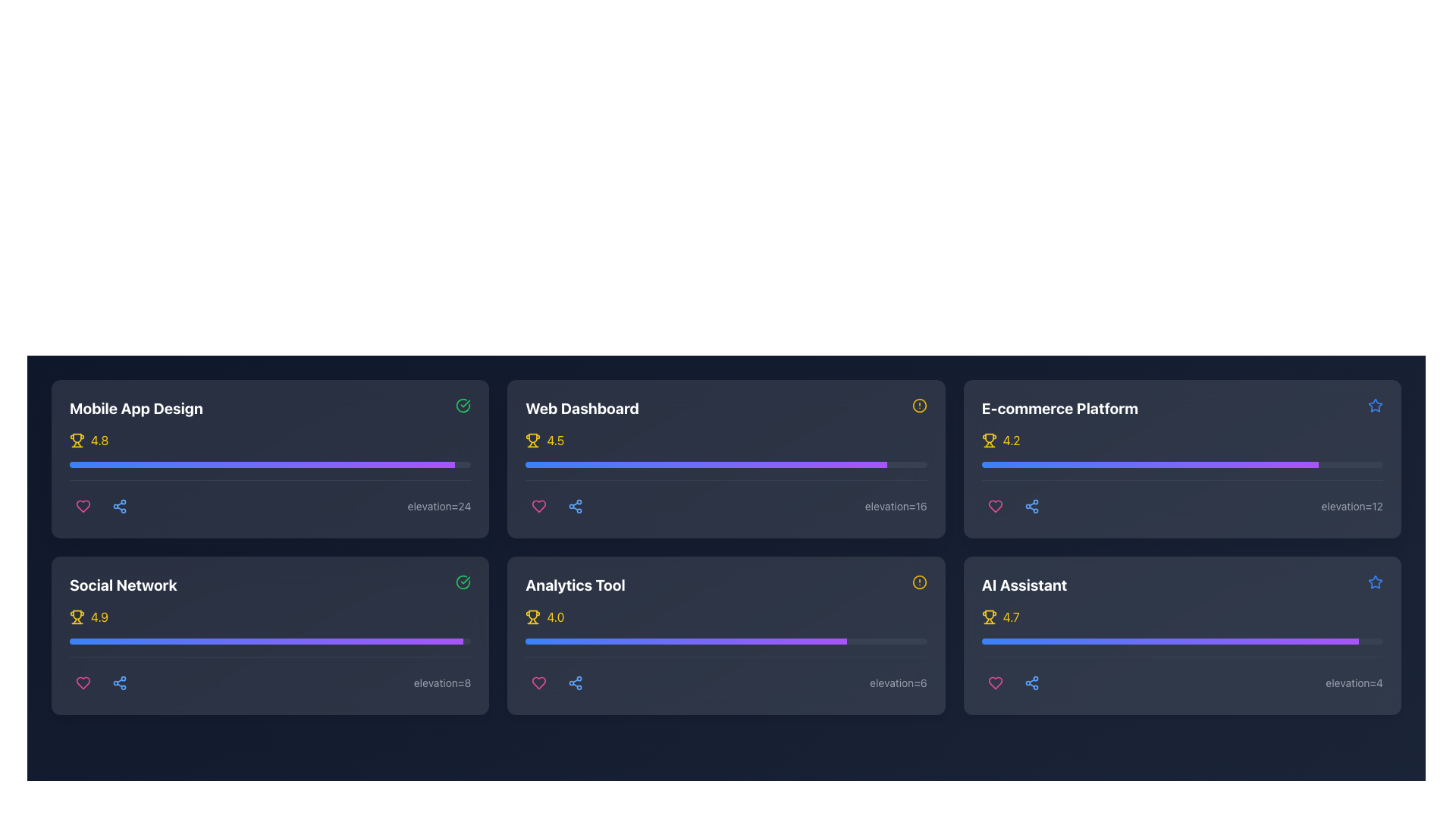  I want to click on the progress bar located within the 'Social Network' card, so click(266, 641).